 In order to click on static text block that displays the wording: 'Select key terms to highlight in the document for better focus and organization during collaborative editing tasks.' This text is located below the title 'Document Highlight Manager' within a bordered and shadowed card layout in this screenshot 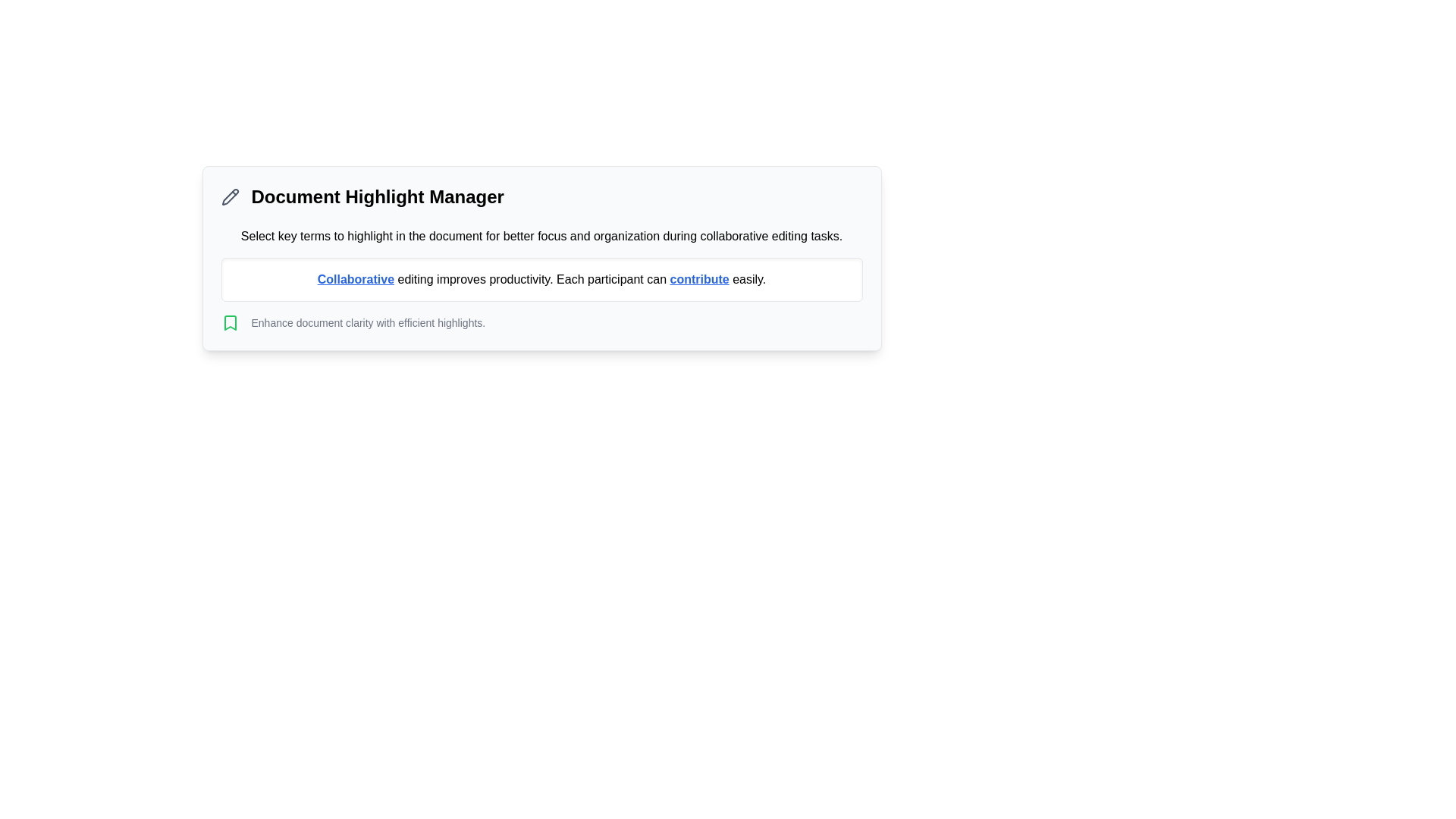, I will do `click(541, 237)`.